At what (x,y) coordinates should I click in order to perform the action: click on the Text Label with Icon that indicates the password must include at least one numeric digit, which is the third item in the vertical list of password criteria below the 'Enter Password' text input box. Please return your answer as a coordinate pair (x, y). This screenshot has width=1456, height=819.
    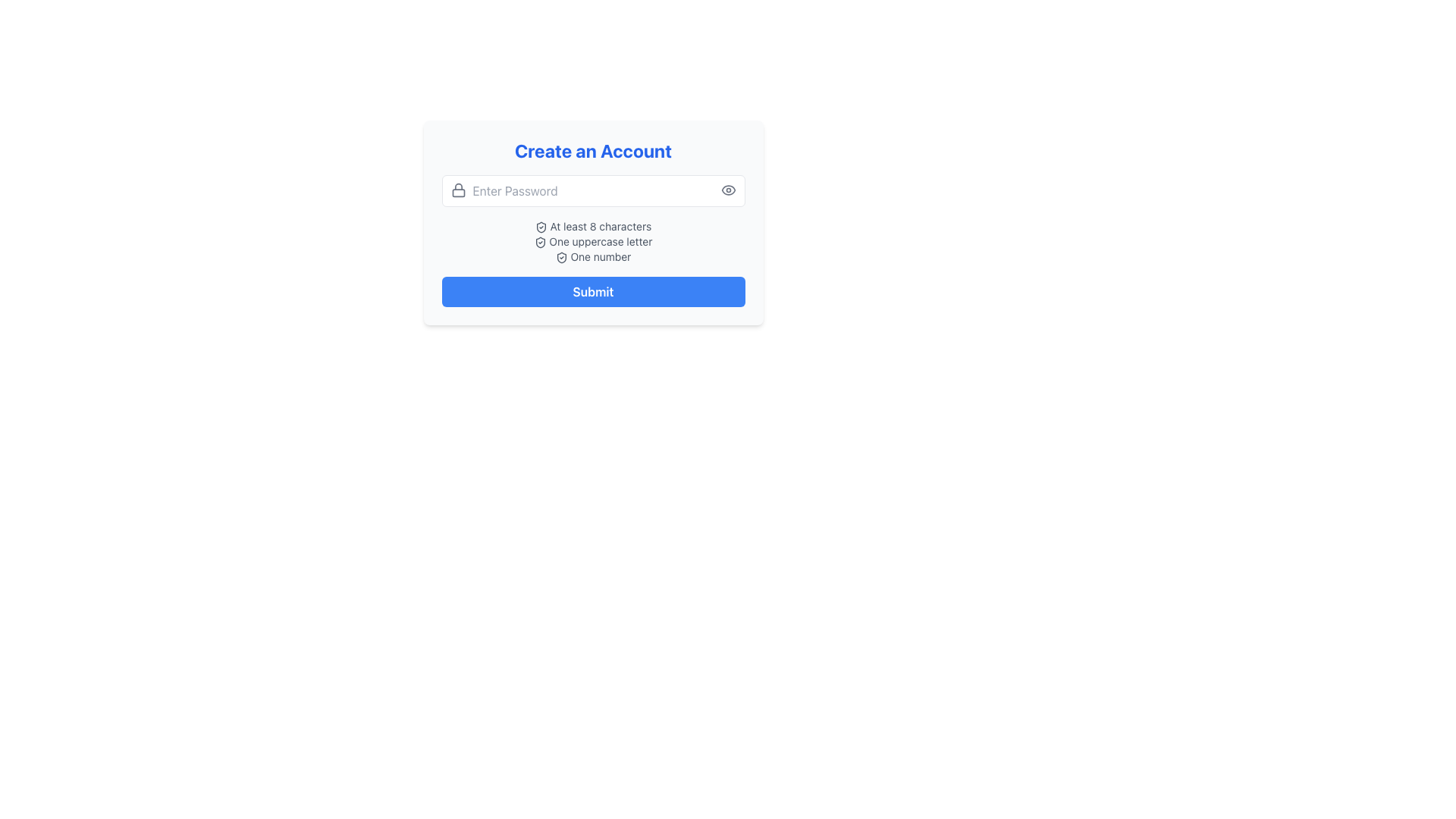
    Looking at the image, I should click on (592, 256).